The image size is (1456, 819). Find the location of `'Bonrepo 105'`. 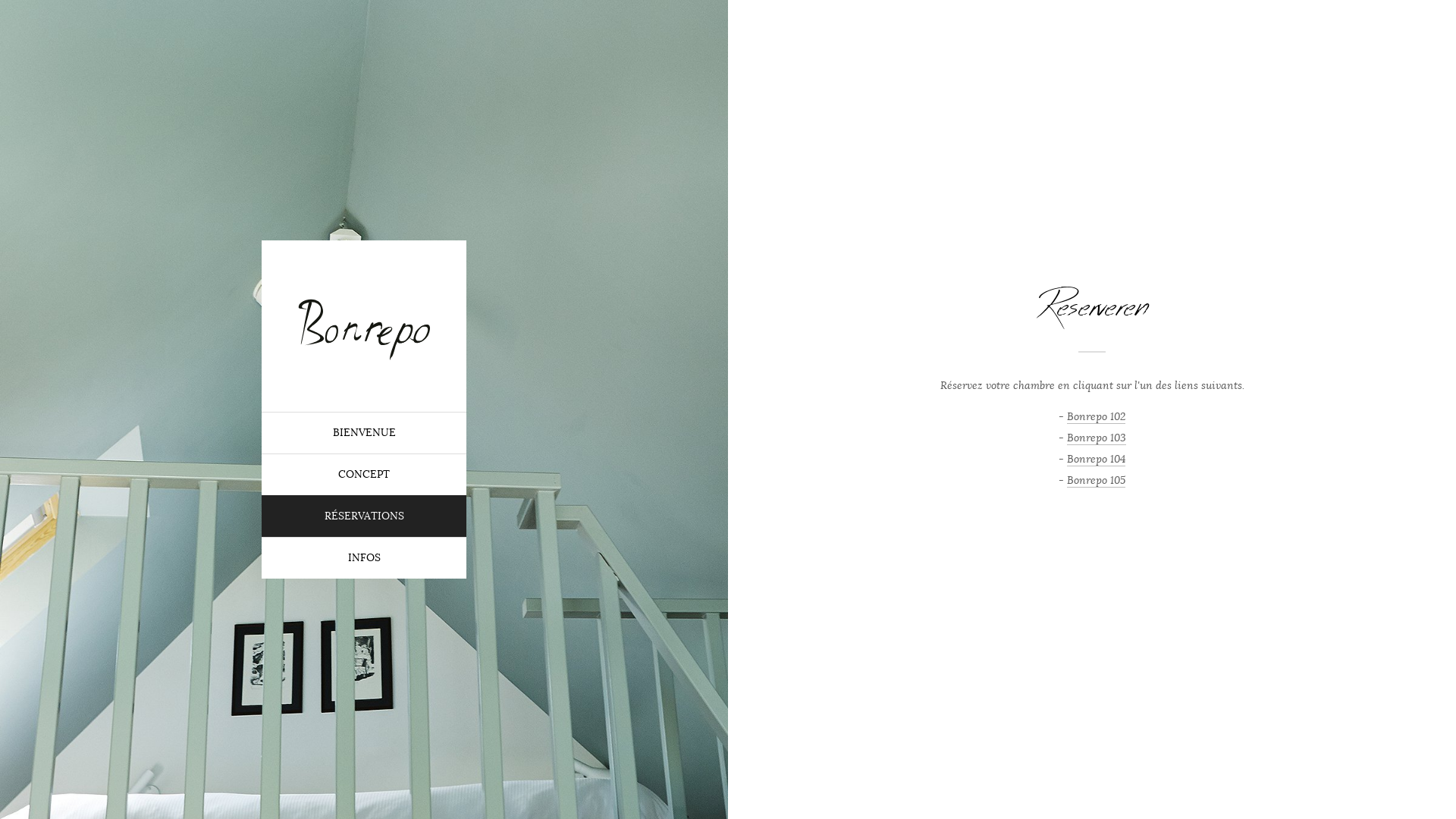

'Bonrepo 105' is located at coordinates (1096, 479).